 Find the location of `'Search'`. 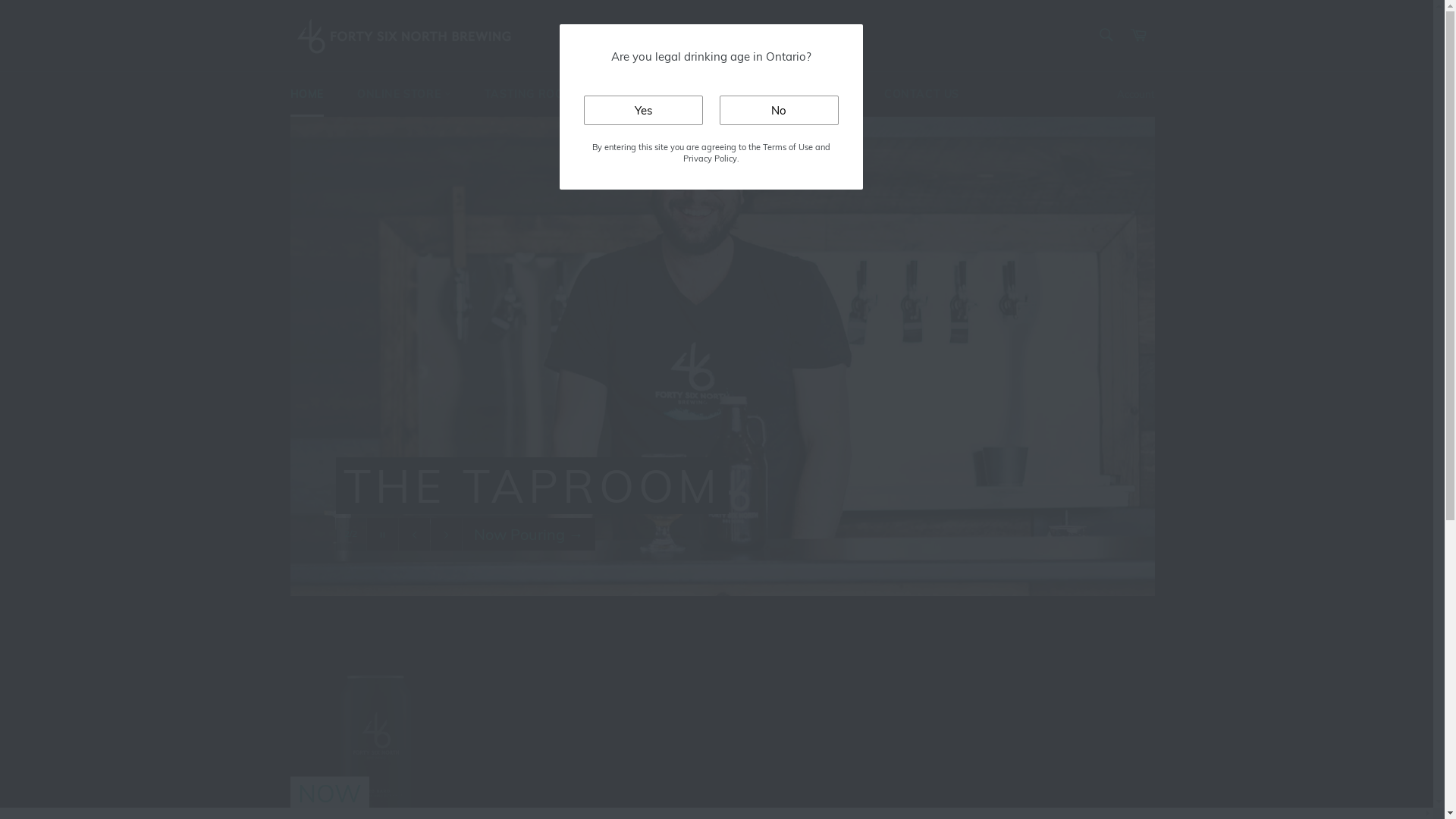

'Search' is located at coordinates (1105, 34).